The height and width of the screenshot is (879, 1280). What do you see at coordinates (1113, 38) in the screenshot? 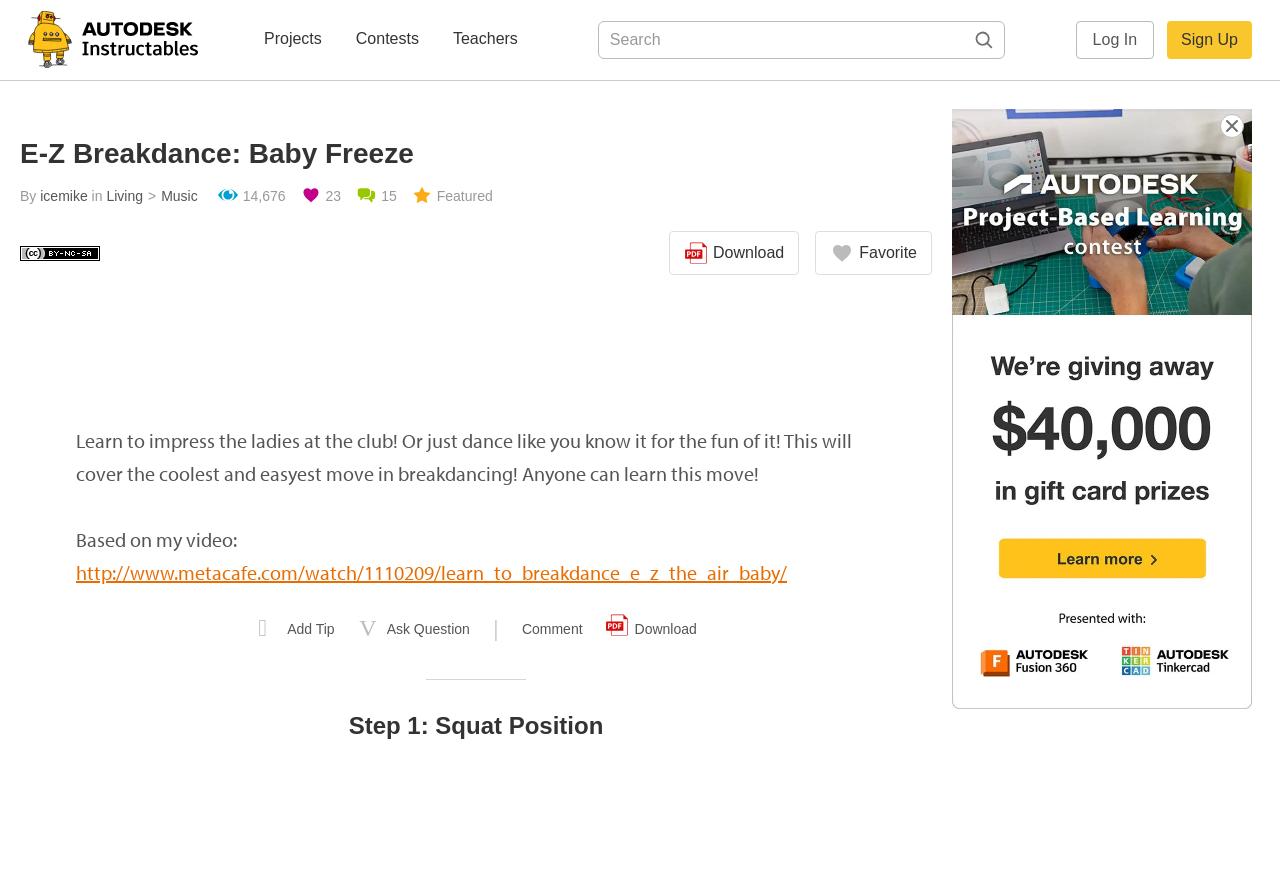
I see `'Log In'` at bounding box center [1113, 38].